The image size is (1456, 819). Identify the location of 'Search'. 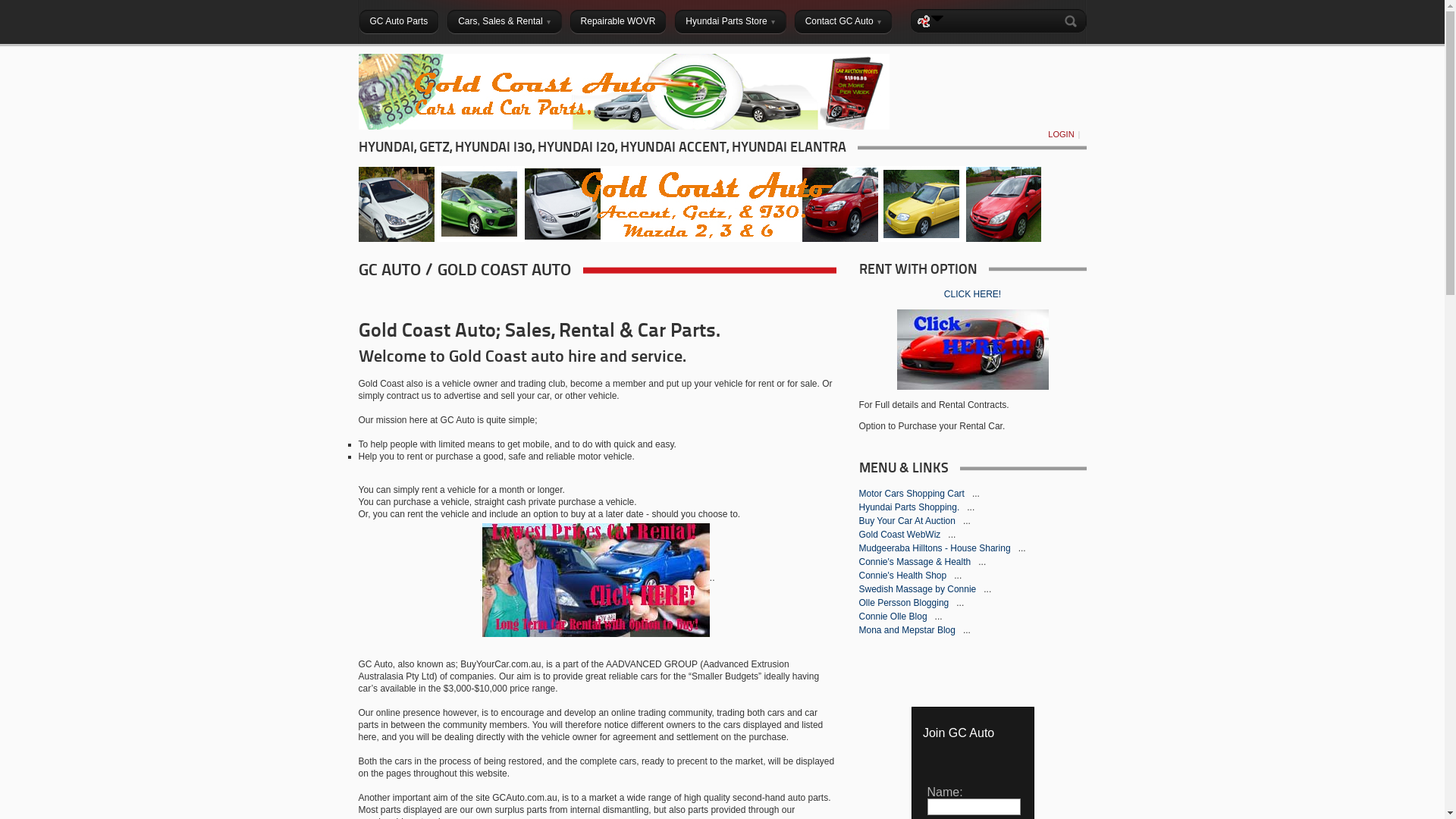
(1072, 20).